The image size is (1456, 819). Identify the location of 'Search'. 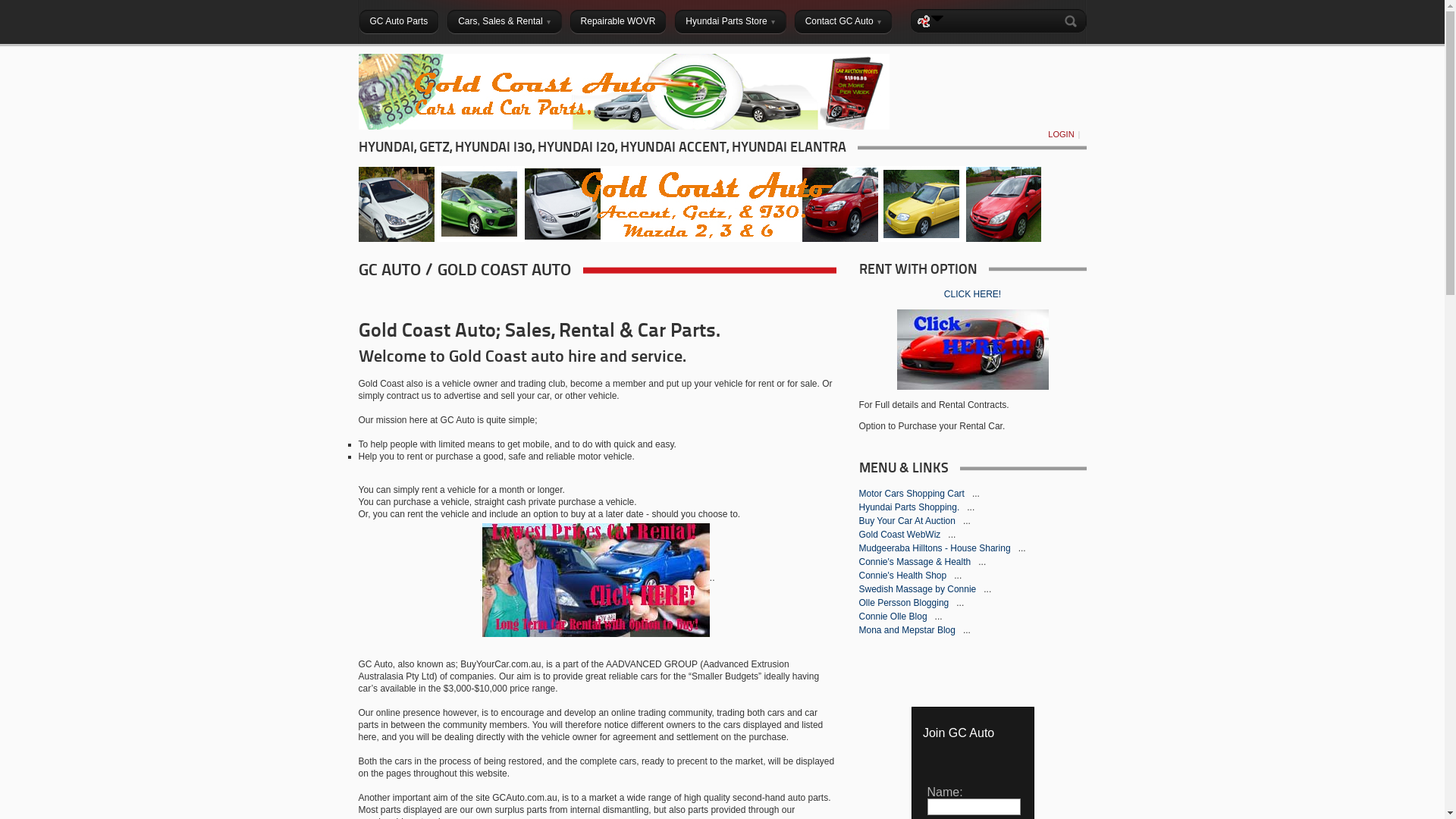
(1072, 20).